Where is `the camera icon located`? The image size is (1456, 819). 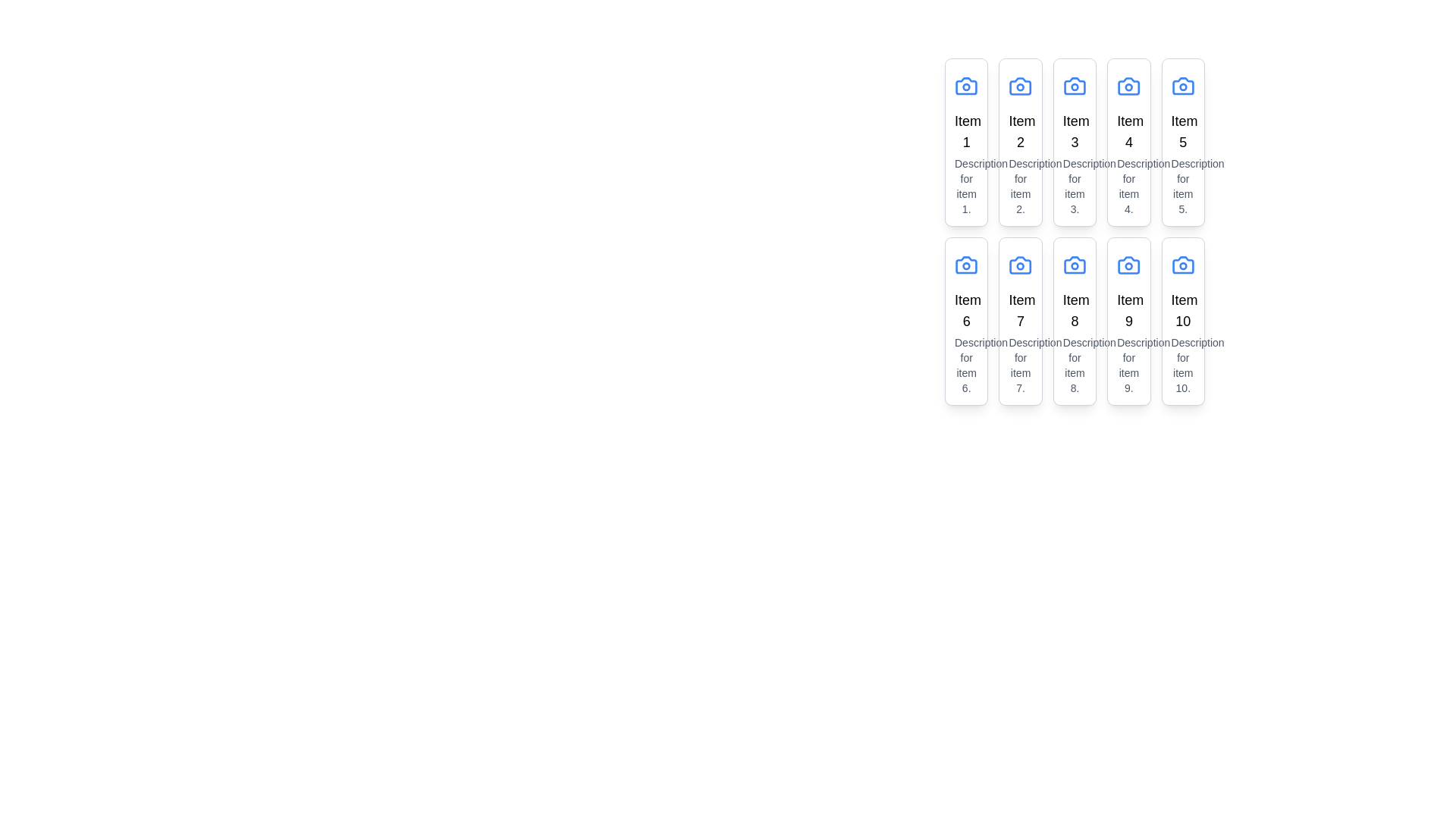 the camera icon located is located at coordinates (1128, 265).